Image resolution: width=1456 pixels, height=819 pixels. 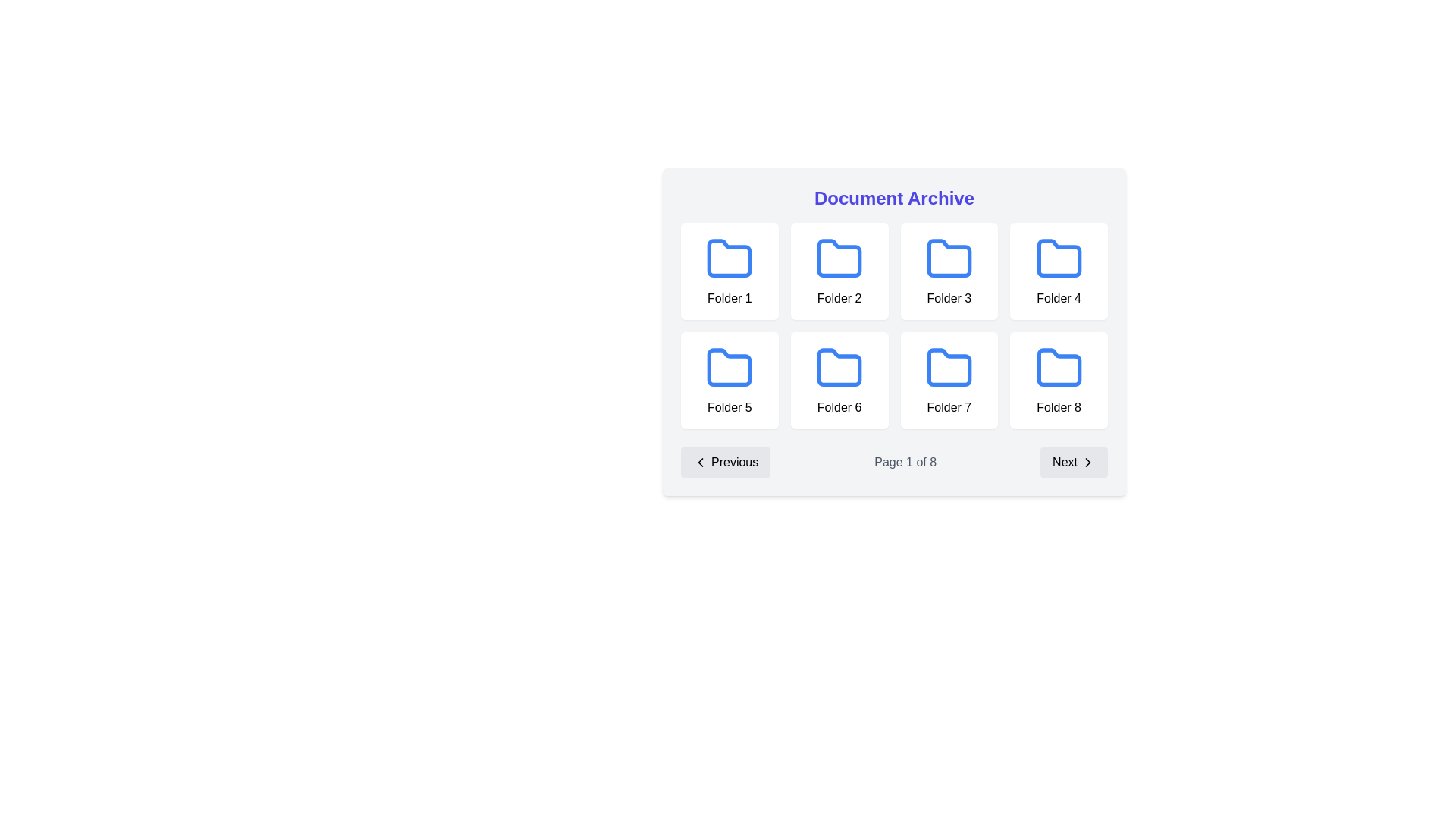 What do you see at coordinates (839, 406) in the screenshot?
I see `the text label of the sixth folder in the 2x4 grid, which displays the folder's name for identification` at bounding box center [839, 406].